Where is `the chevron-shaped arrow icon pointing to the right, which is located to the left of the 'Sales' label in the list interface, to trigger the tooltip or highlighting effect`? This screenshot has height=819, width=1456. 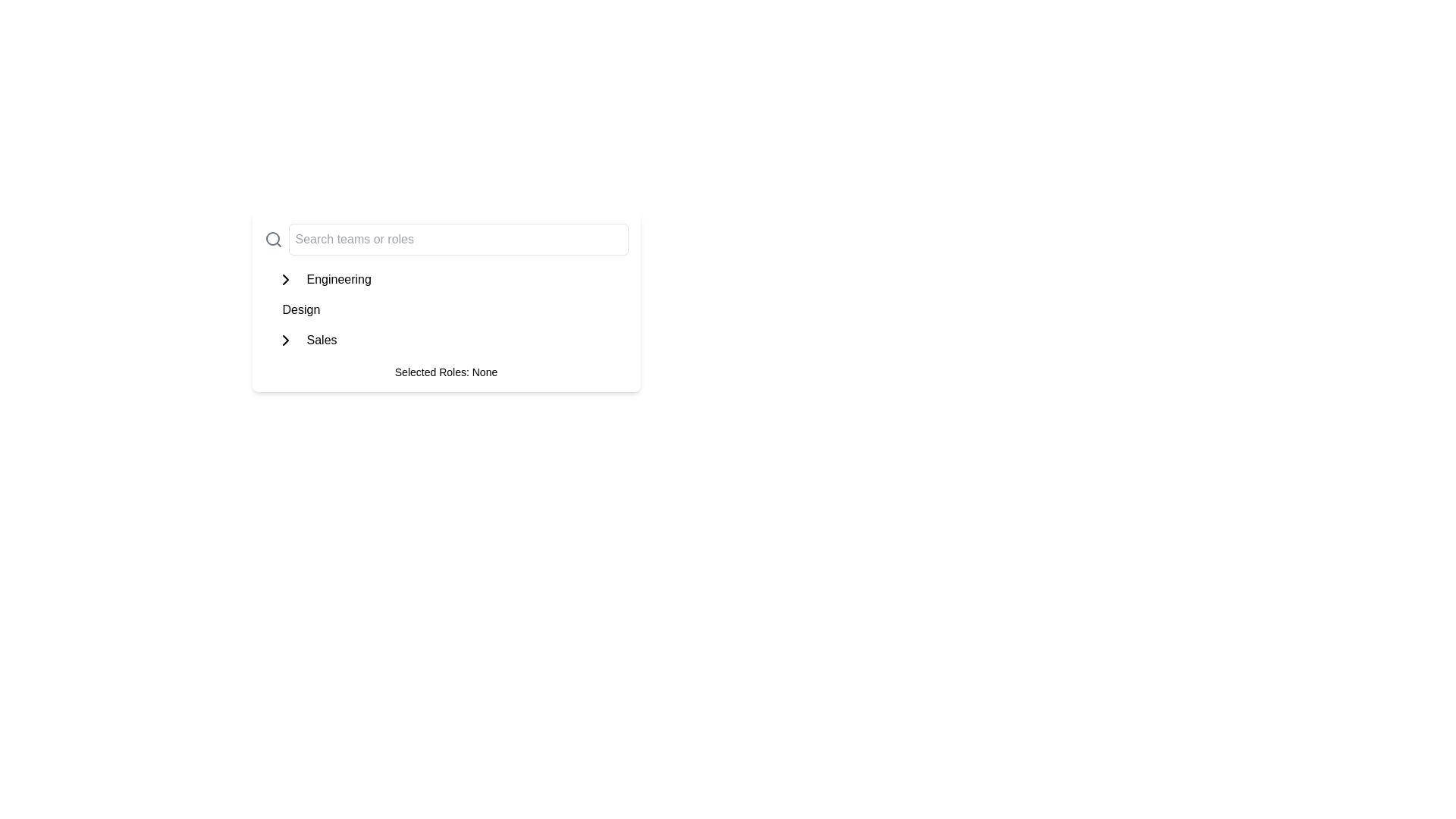
the chevron-shaped arrow icon pointing to the right, which is located to the left of the 'Sales' label in the list interface, to trigger the tooltip or highlighting effect is located at coordinates (285, 339).